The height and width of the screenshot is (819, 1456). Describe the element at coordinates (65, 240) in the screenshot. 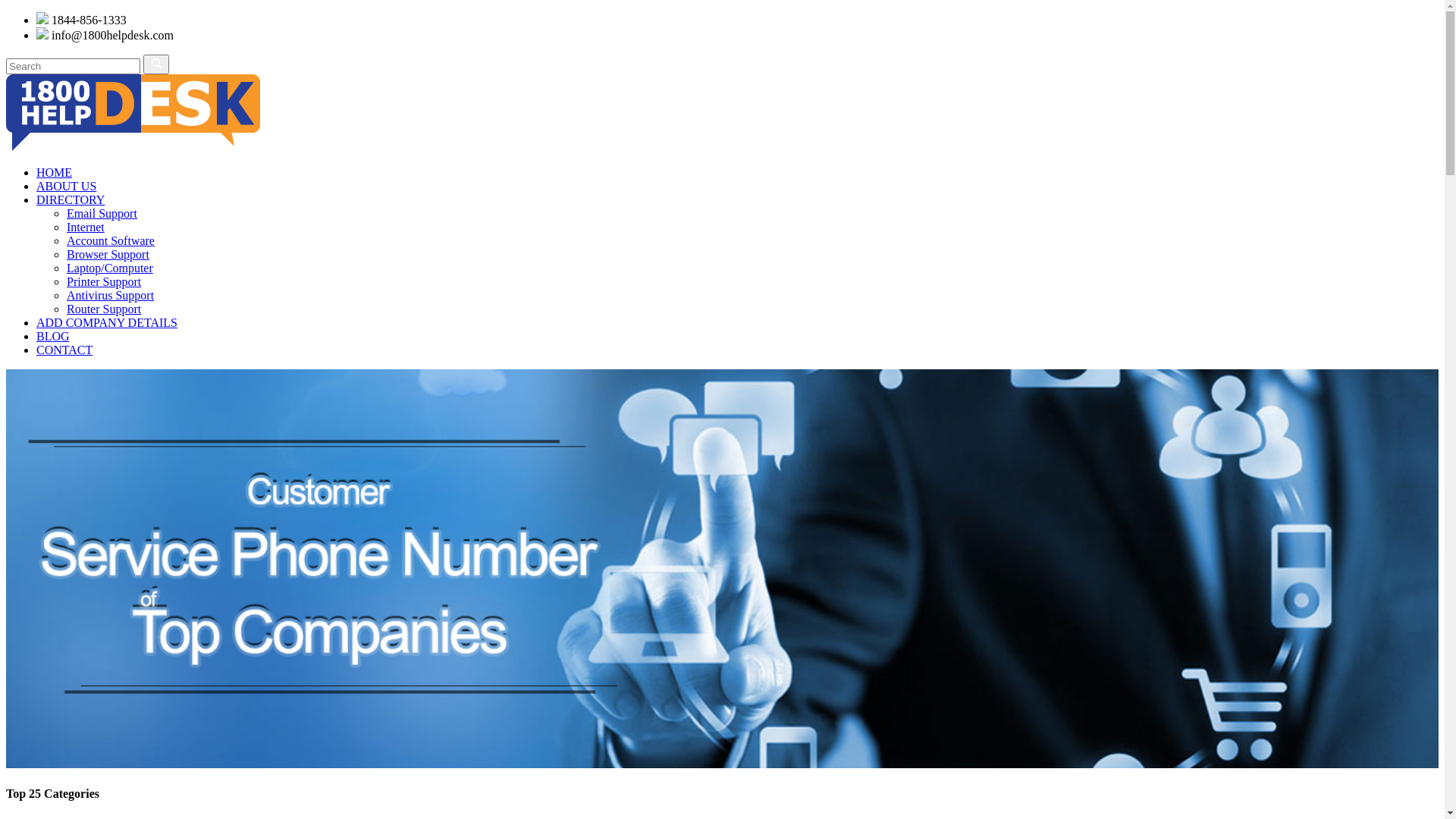

I see `'Account Software'` at that location.